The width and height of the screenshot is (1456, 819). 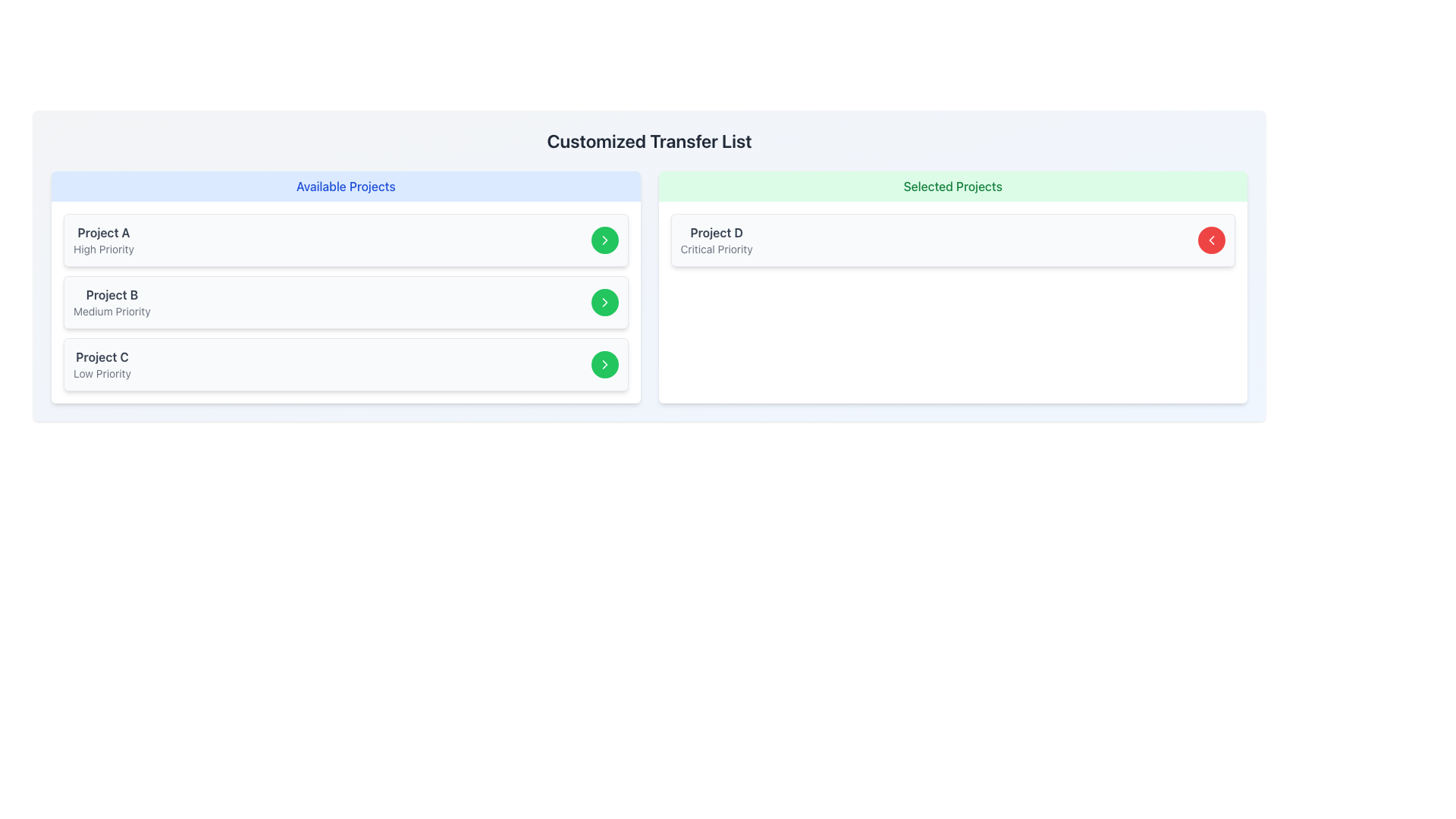 I want to click on the 'High Priority' text label located in the first card under the 'Available Projects' column, below 'Project A', so click(x=103, y=248).